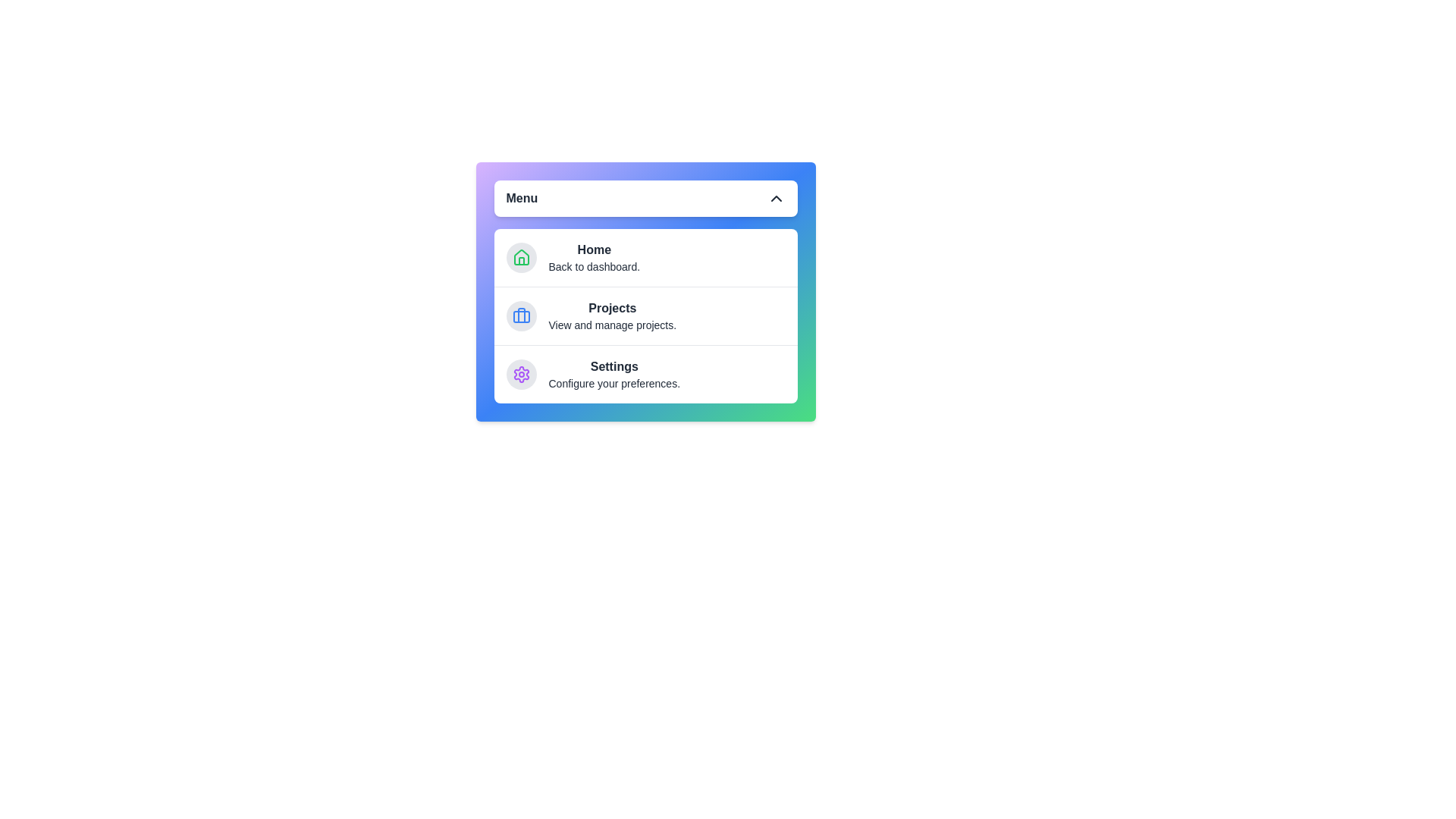  What do you see at coordinates (645, 315) in the screenshot?
I see `the menu item Projects and view its details` at bounding box center [645, 315].